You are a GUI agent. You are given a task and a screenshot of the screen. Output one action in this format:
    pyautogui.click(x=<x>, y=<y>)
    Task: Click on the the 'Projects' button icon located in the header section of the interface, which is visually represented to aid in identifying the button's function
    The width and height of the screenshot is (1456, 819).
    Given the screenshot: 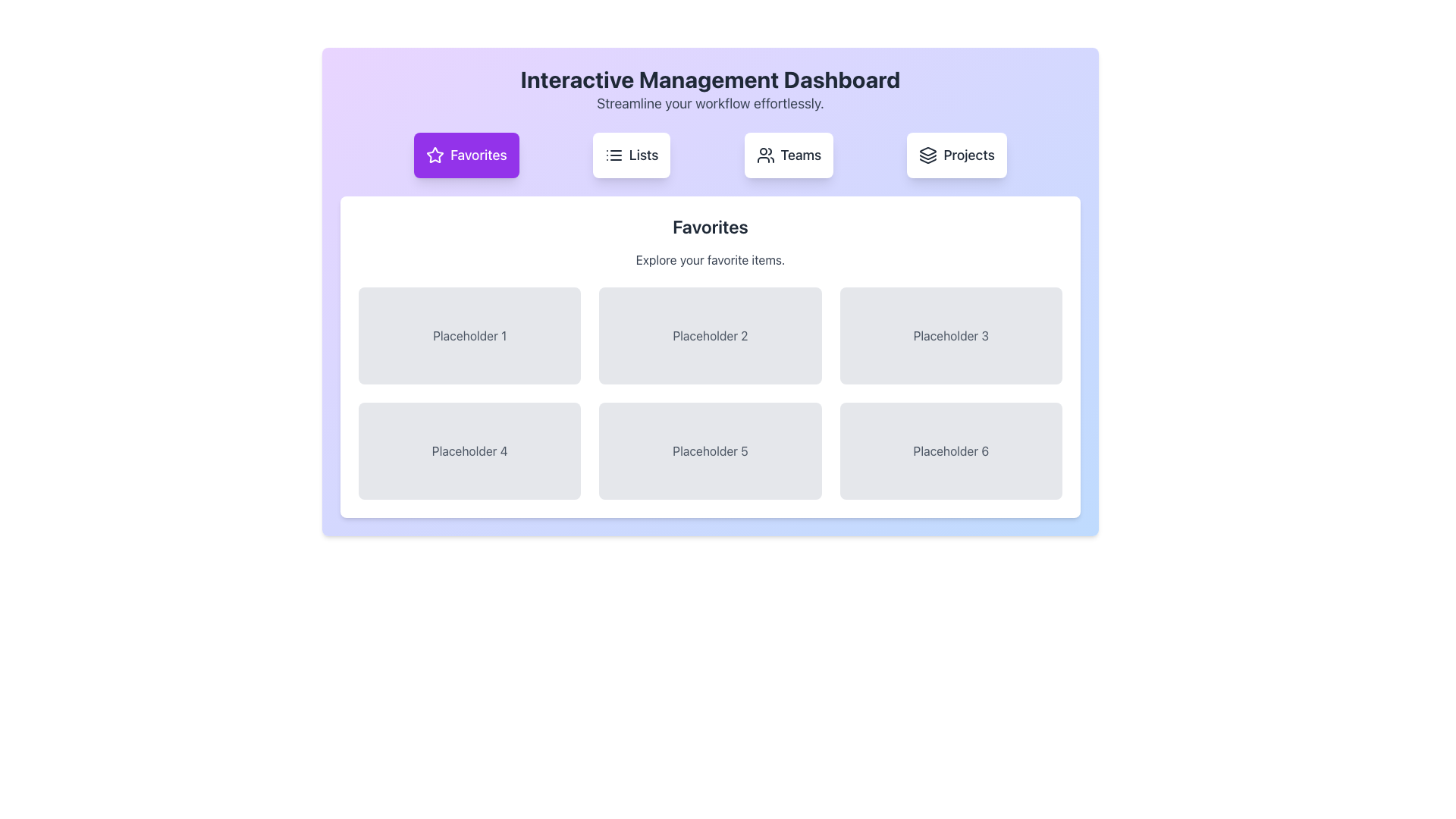 What is the action you would take?
    pyautogui.click(x=927, y=155)
    